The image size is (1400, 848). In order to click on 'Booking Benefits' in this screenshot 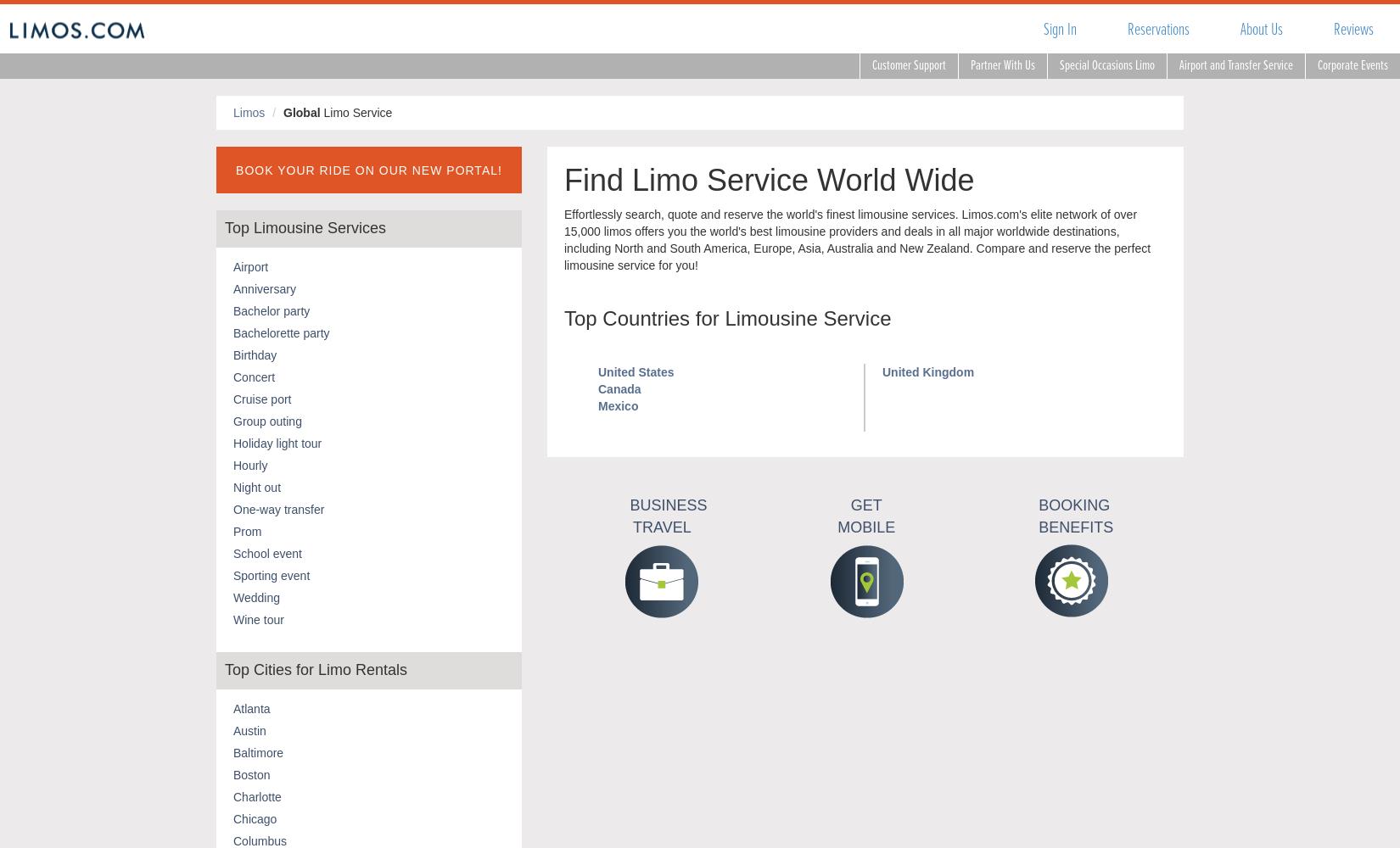, I will do `click(1075, 515)`.